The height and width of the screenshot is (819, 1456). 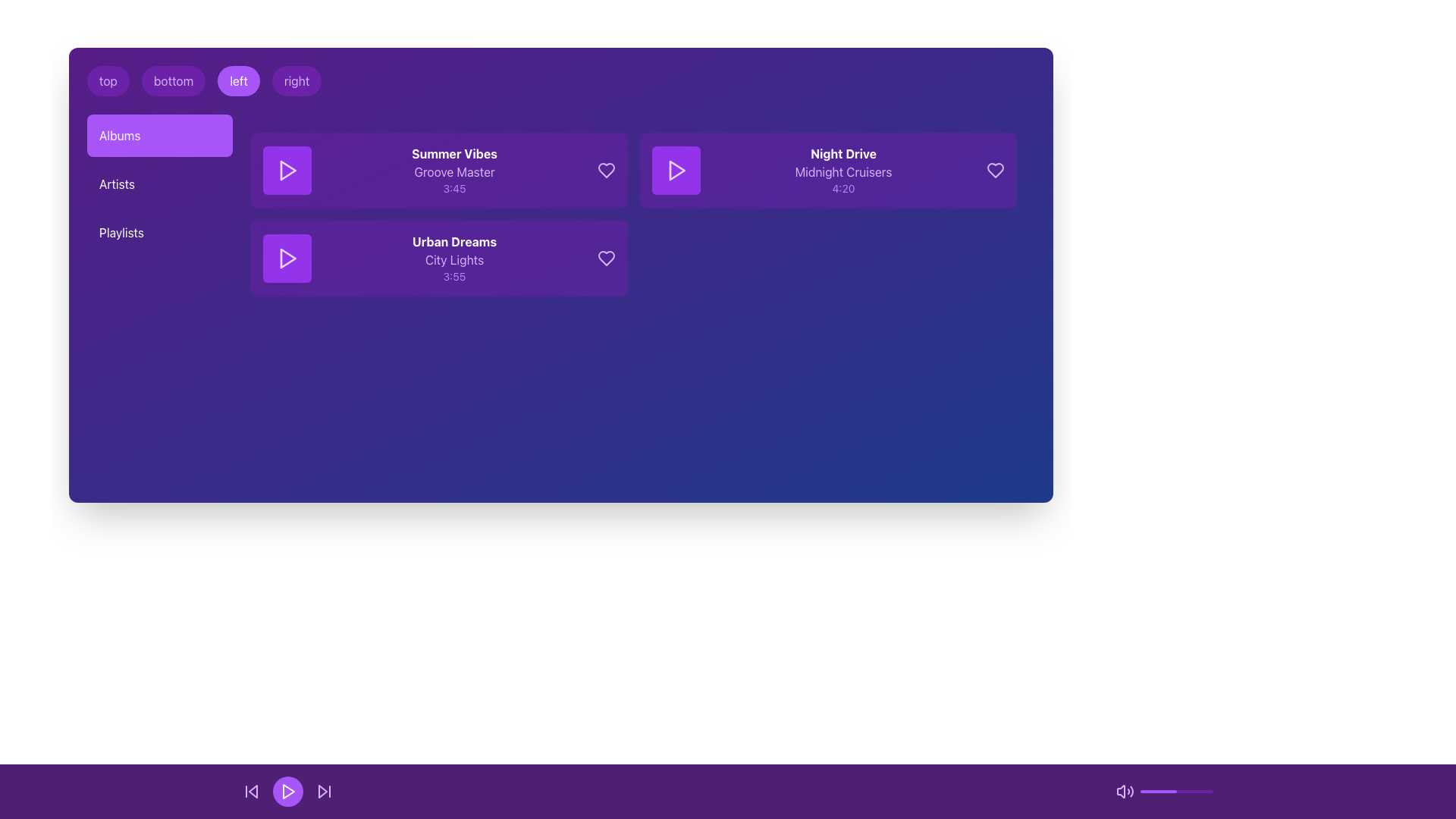 What do you see at coordinates (160, 184) in the screenshot?
I see `the 'Artists' button located below 'Albums' and above 'Playlists' in the left section of the interface` at bounding box center [160, 184].